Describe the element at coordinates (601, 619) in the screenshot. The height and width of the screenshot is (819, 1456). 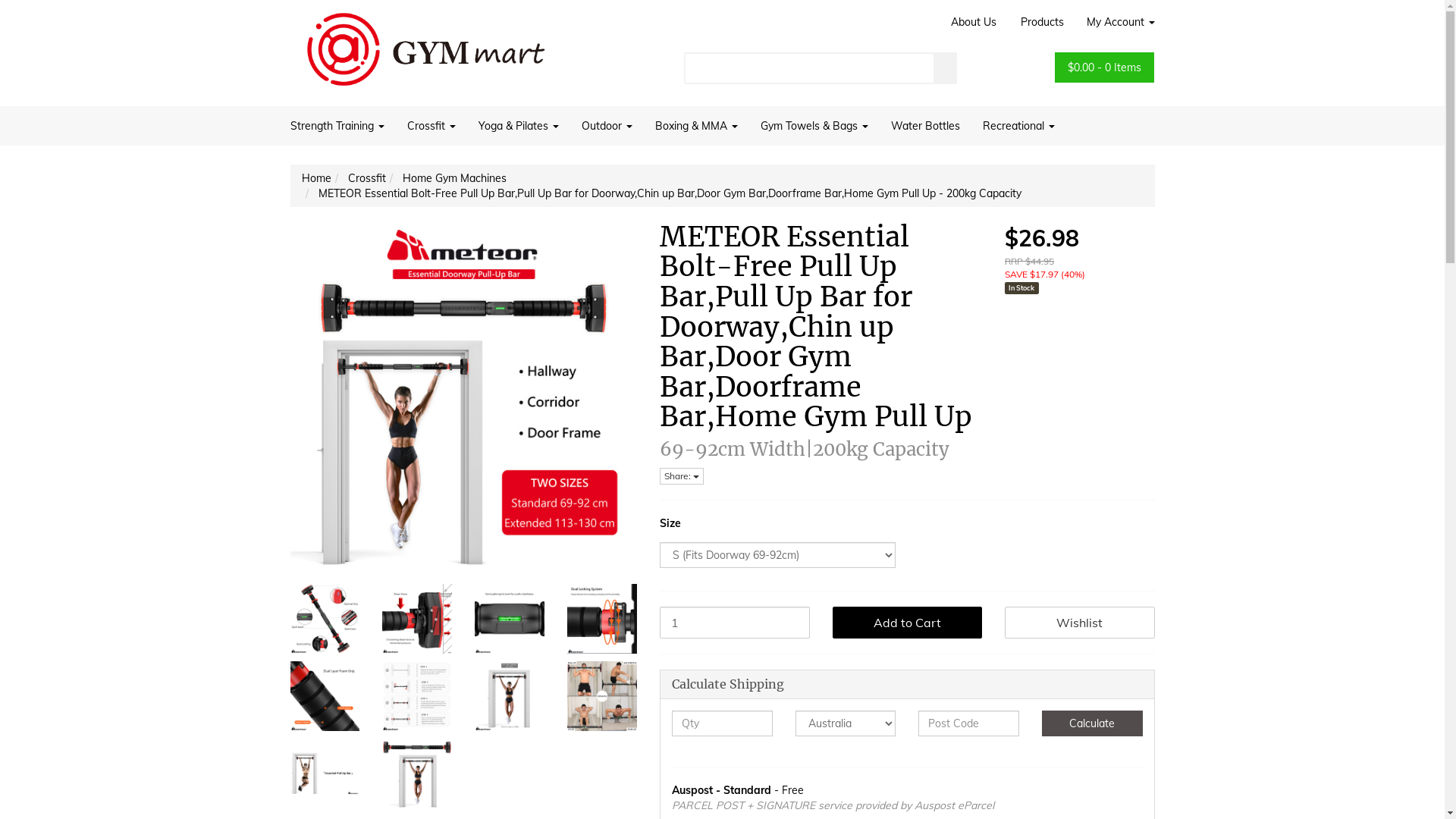
I see `'Large View'` at that location.